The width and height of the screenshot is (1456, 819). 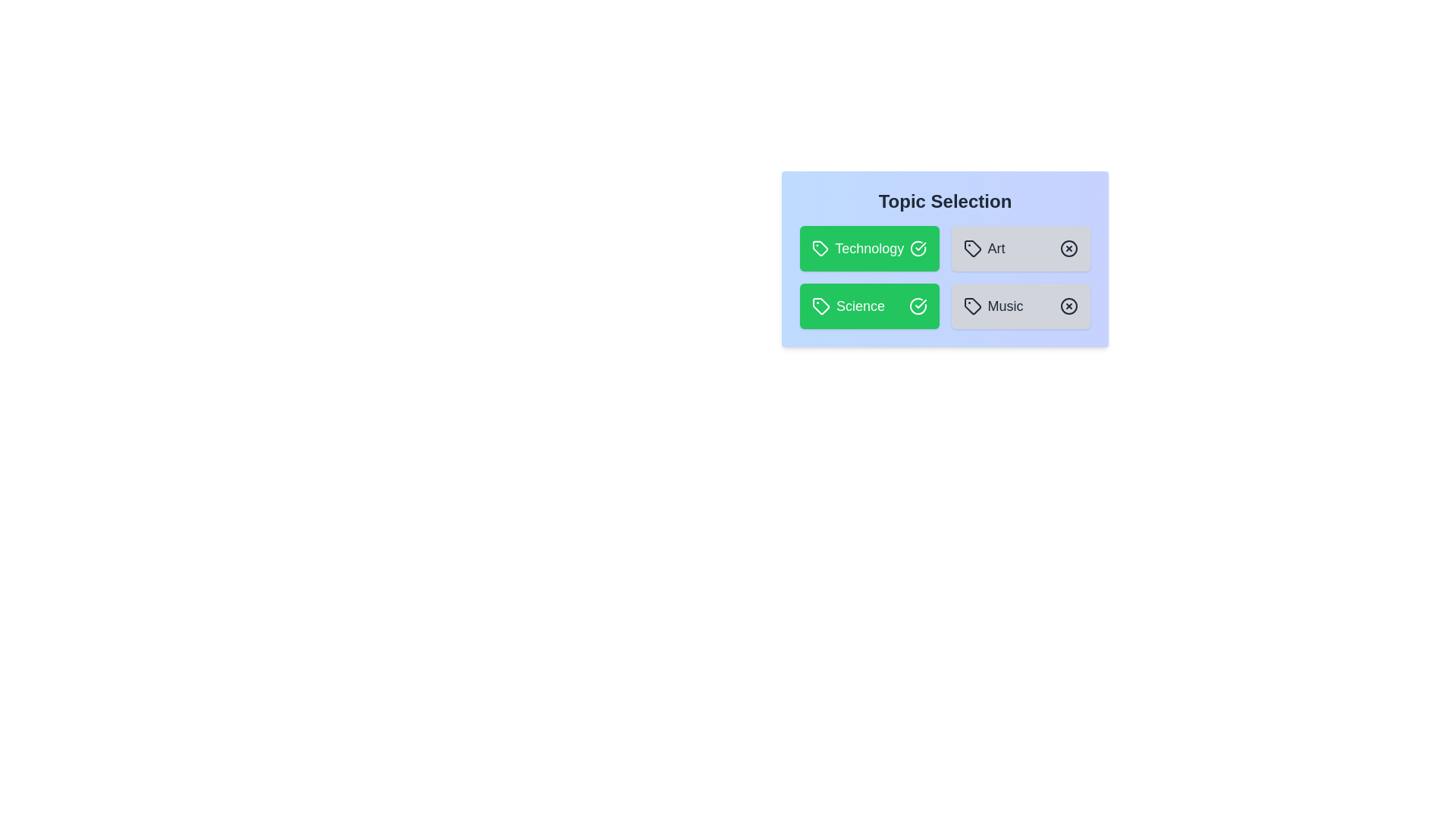 What do you see at coordinates (869, 247) in the screenshot?
I see `the topic Technology` at bounding box center [869, 247].